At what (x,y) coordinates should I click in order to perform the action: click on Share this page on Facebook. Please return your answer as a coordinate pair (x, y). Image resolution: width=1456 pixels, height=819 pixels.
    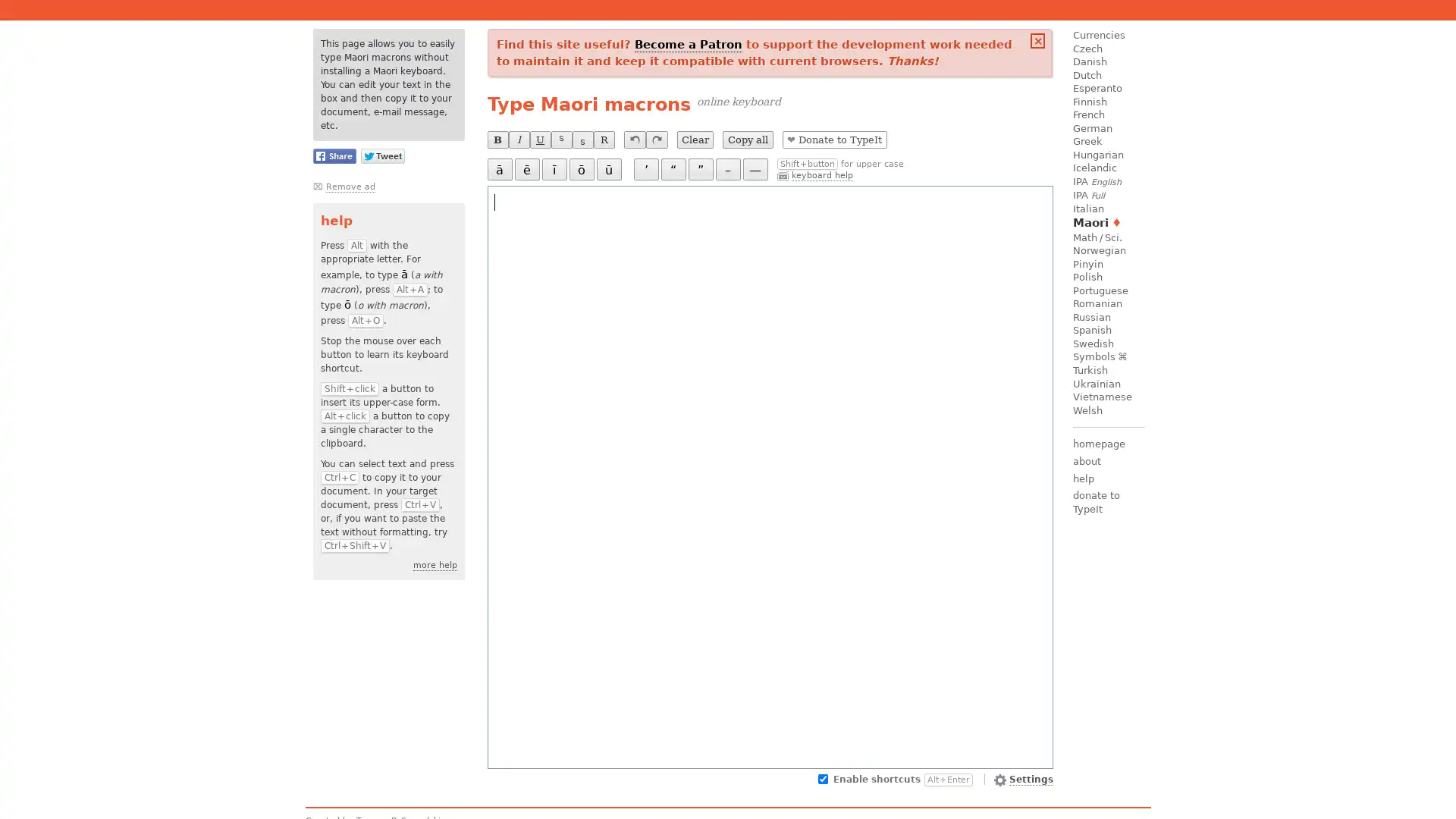
    Looking at the image, I should click on (333, 155).